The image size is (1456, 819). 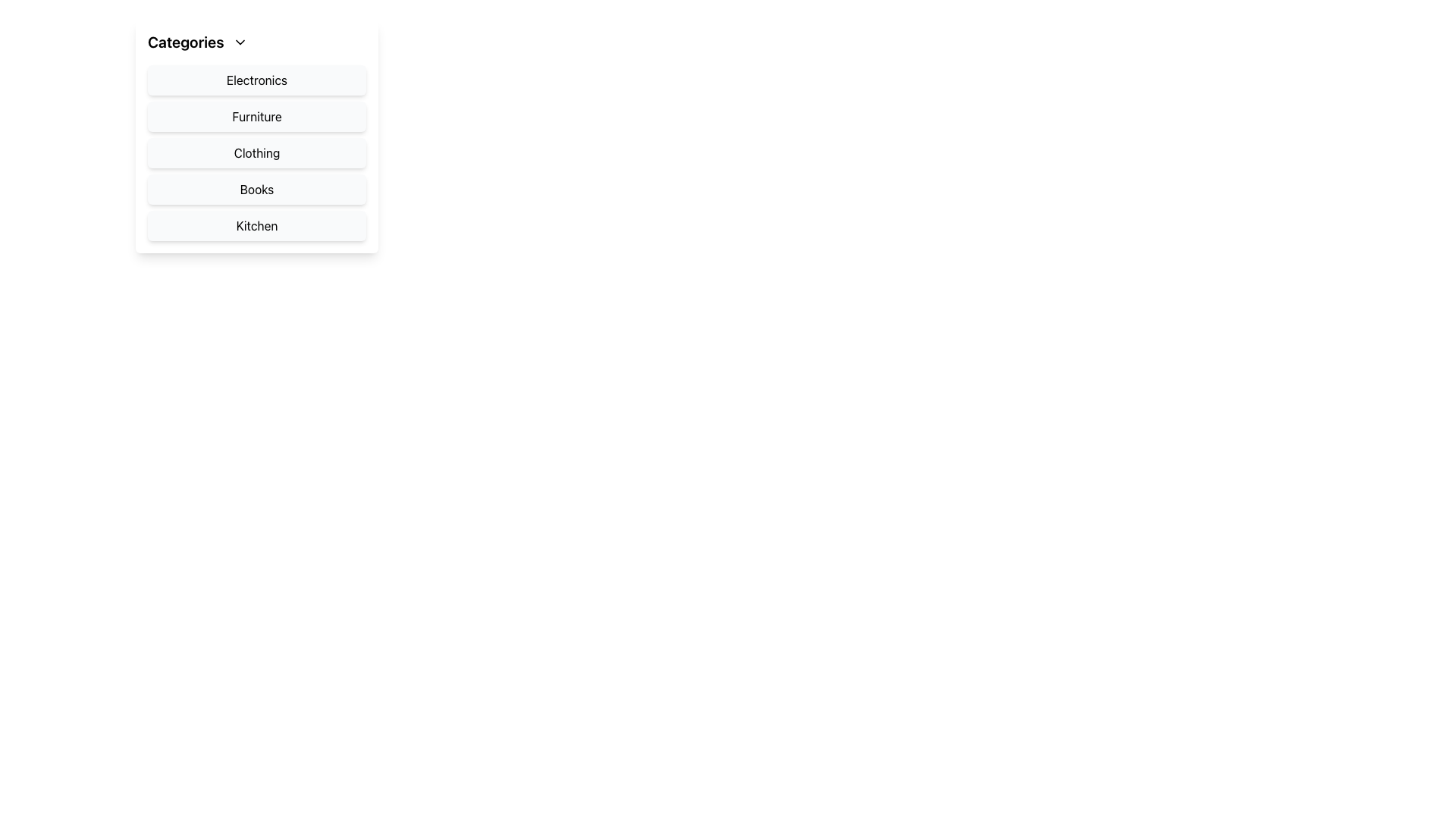 What do you see at coordinates (257, 189) in the screenshot?
I see `the 'Books' category selection button` at bounding box center [257, 189].